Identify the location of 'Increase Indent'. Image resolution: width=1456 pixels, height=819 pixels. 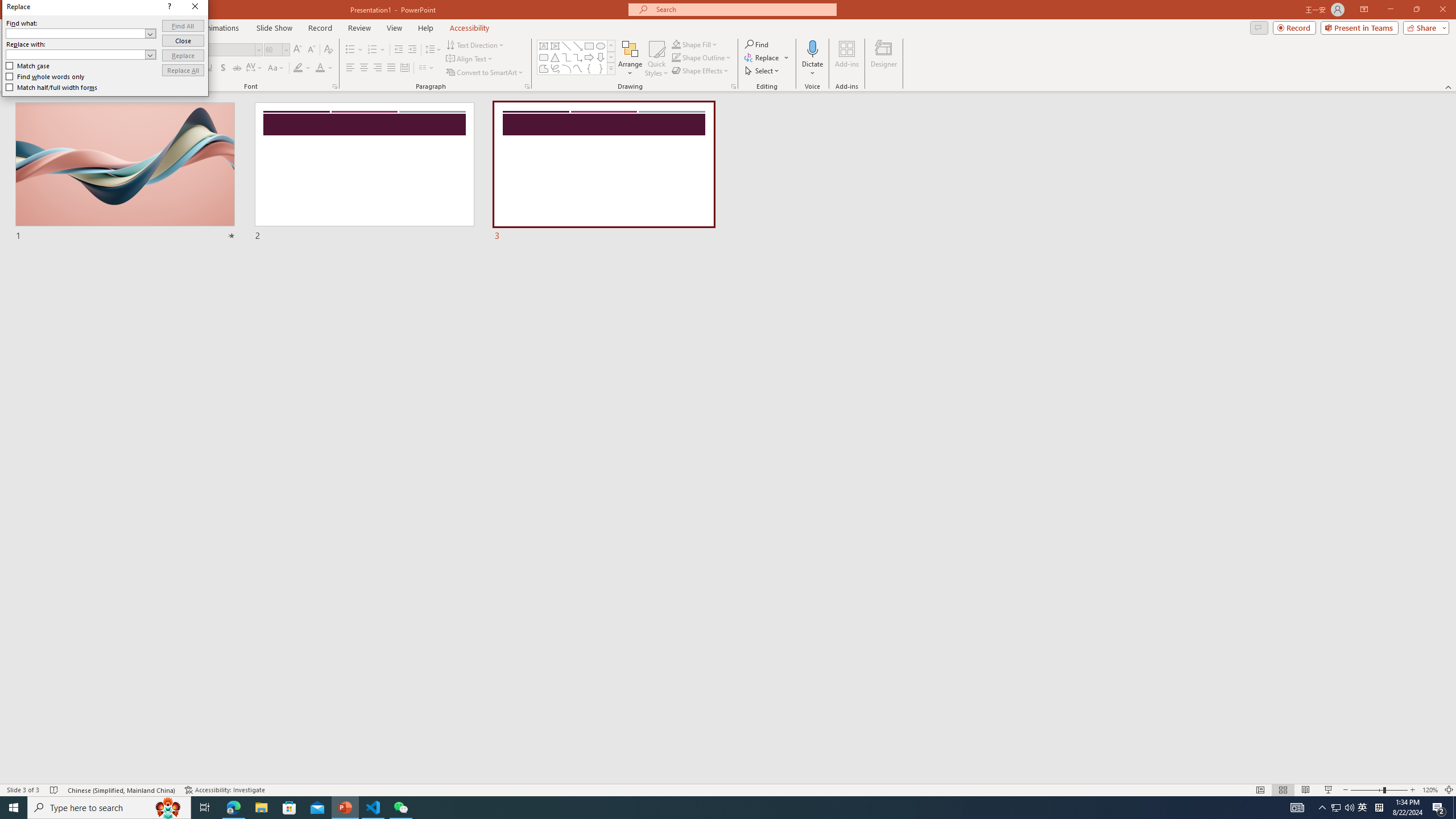
(412, 49).